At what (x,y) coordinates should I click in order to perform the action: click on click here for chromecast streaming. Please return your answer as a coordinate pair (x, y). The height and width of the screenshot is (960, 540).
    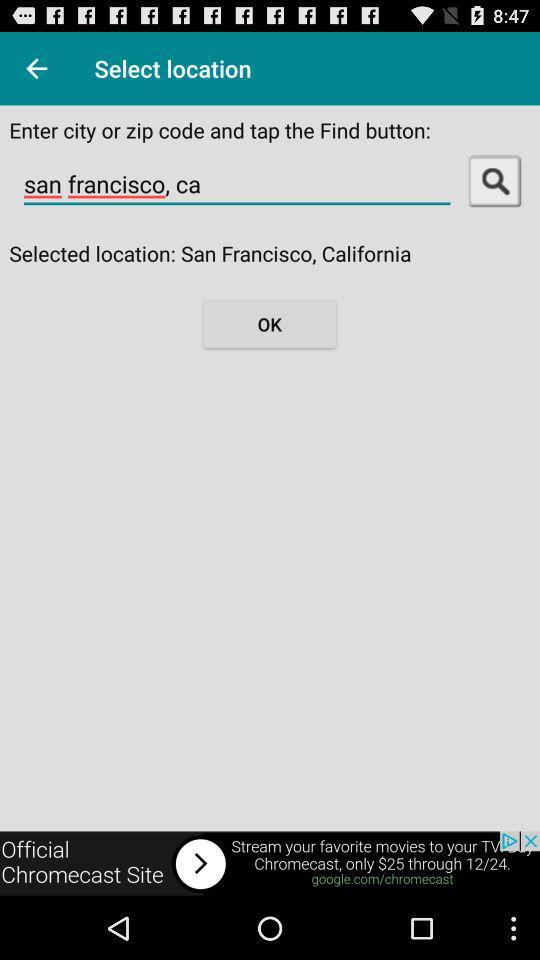
    Looking at the image, I should click on (270, 863).